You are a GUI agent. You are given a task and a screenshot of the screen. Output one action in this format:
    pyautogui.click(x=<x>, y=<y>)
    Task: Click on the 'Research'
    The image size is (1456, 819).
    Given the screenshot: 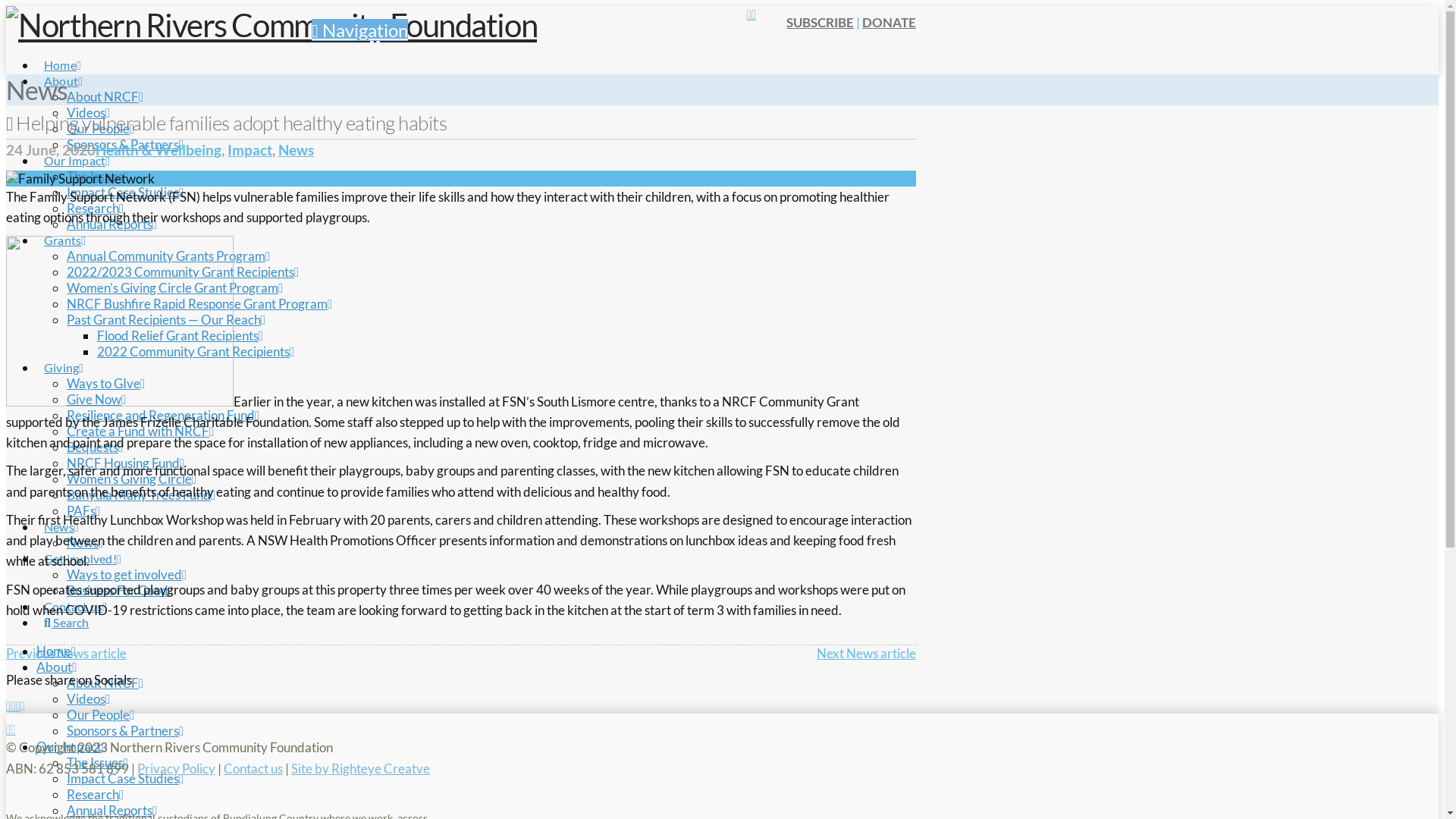 What is the action you would take?
    pyautogui.click(x=94, y=793)
    